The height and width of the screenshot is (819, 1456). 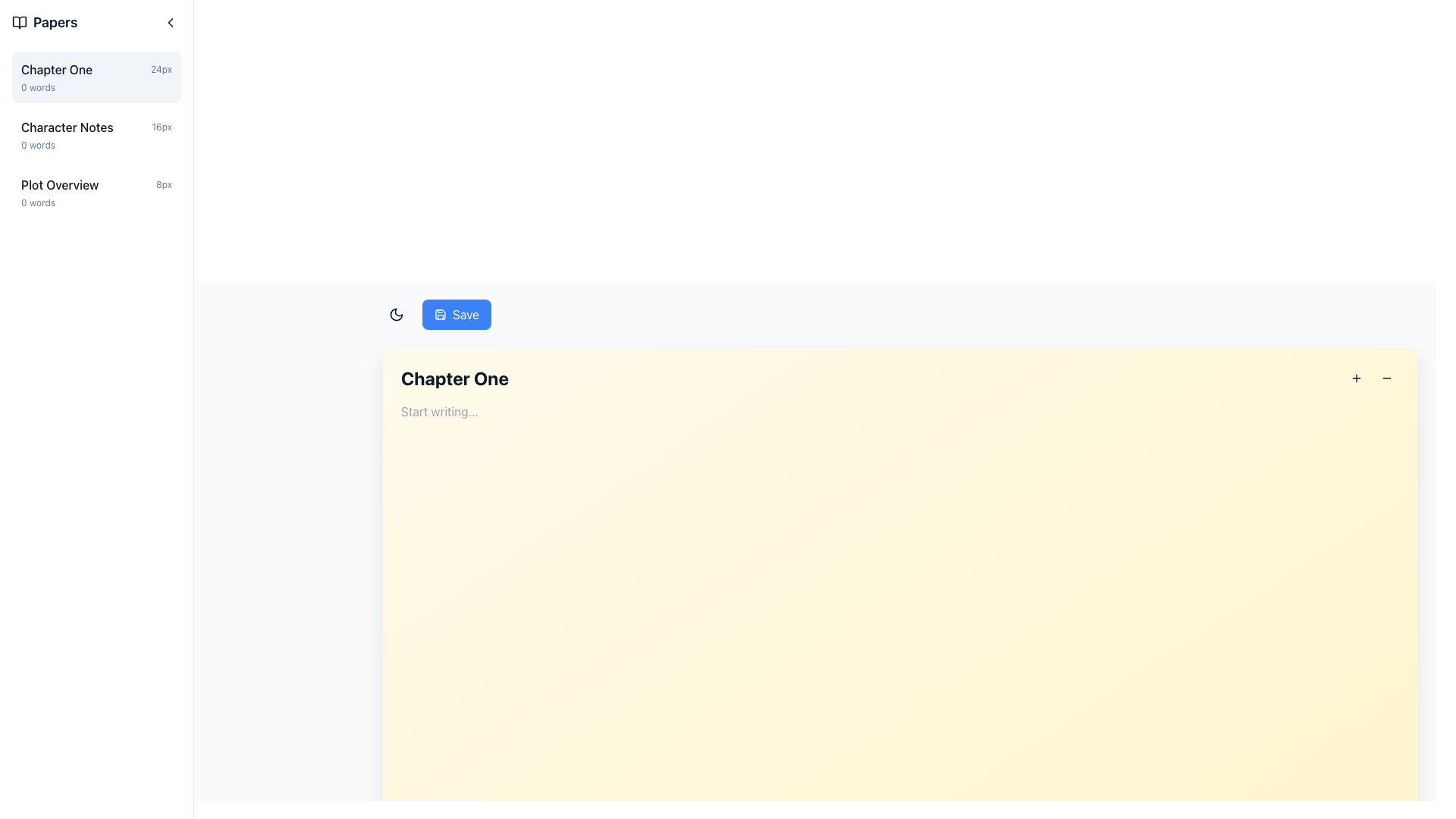 What do you see at coordinates (96, 77) in the screenshot?
I see `the Navigation menu item titled 'Chapter One'` at bounding box center [96, 77].